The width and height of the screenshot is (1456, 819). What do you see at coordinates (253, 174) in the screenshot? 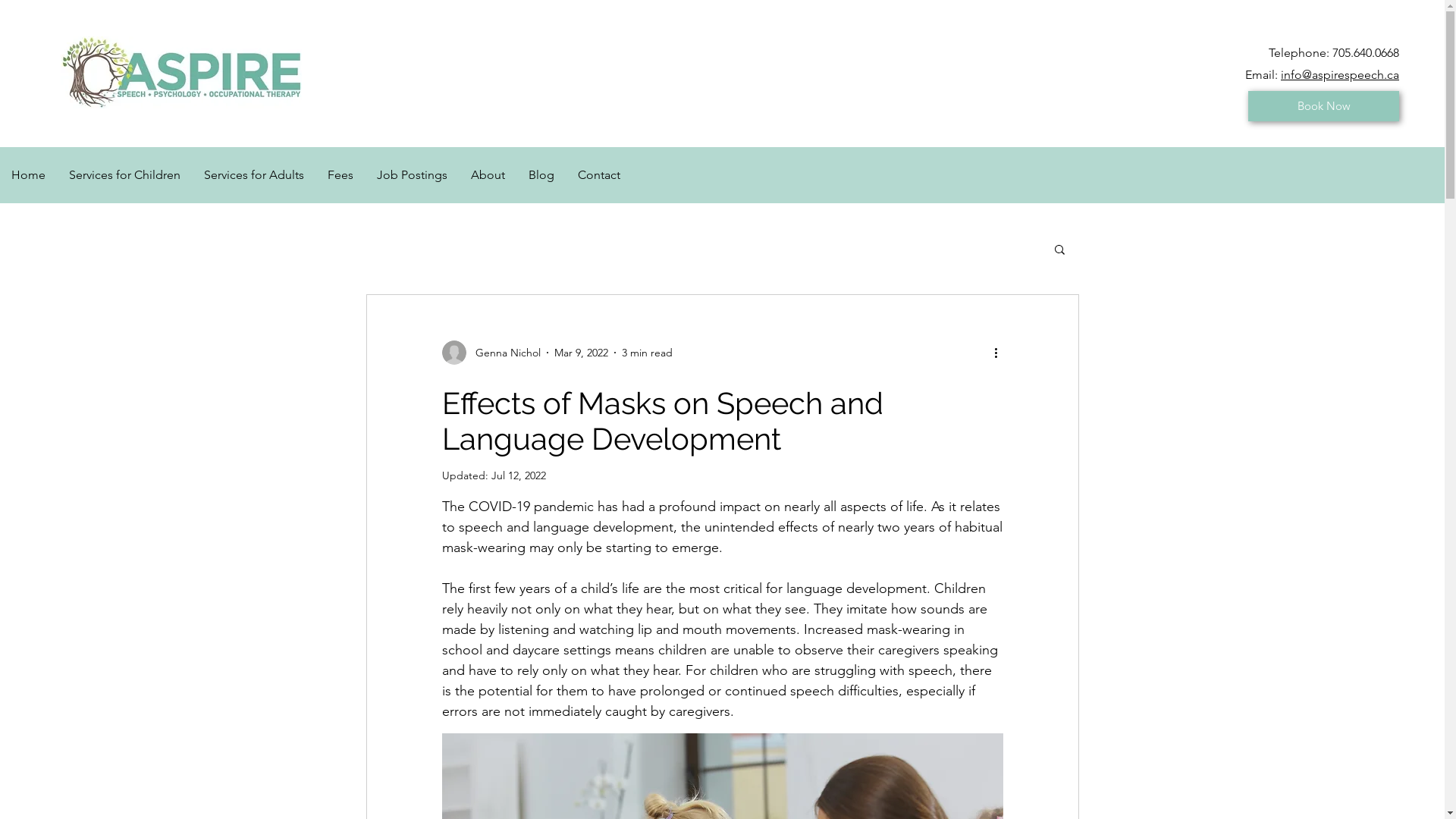
I see `'Services for Adults'` at bounding box center [253, 174].